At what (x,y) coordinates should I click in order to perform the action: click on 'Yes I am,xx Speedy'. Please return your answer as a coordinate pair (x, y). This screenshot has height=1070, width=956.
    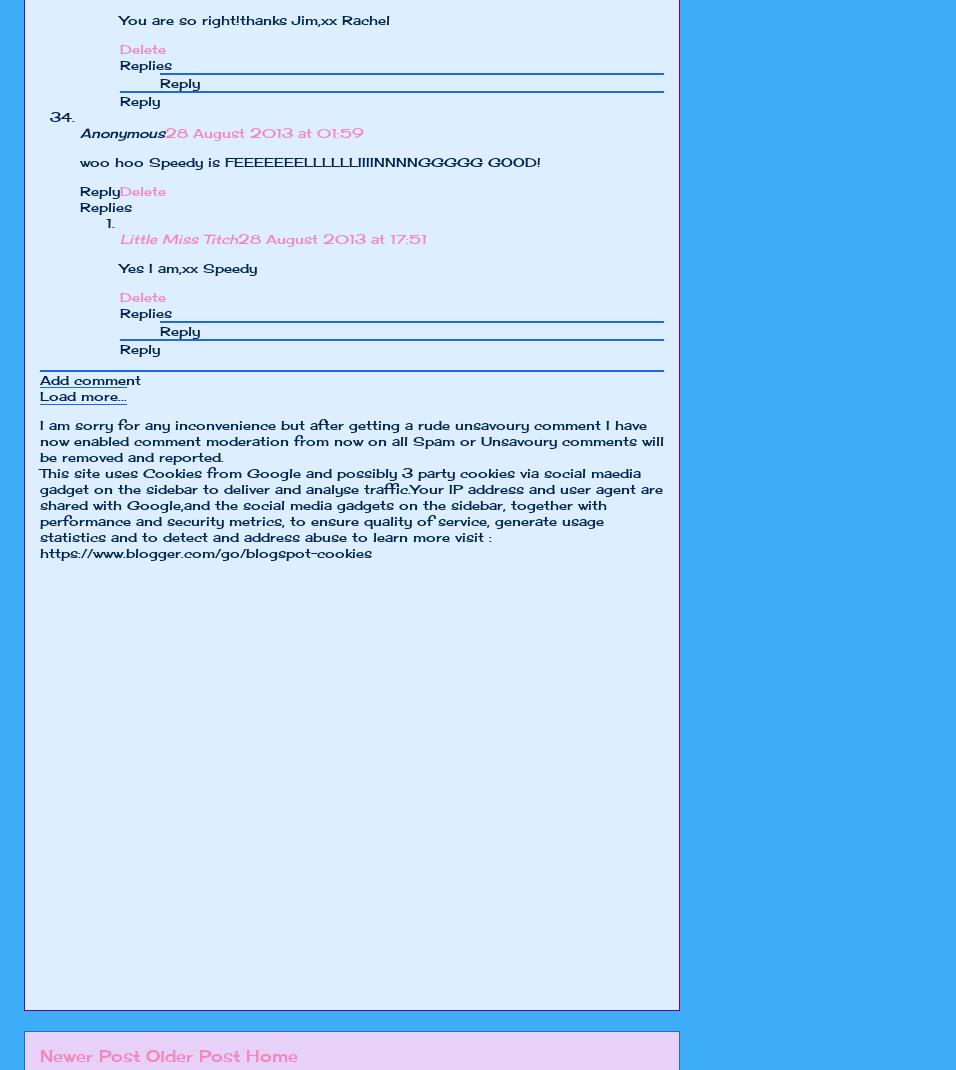
    Looking at the image, I should click on (188, 268).